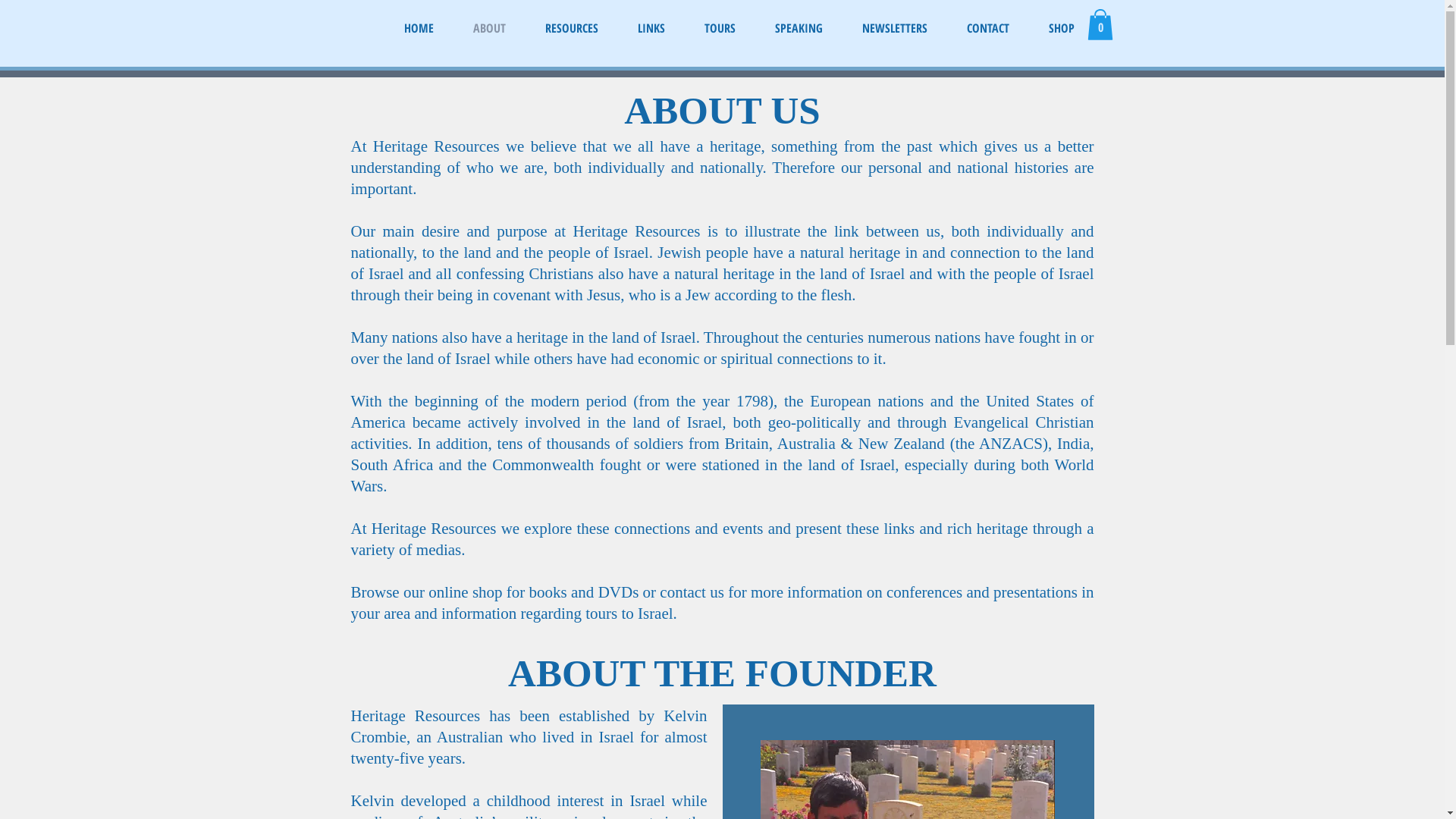 The image size is (1456, 819). I want to click on 'LINKS', so click(651, 25).